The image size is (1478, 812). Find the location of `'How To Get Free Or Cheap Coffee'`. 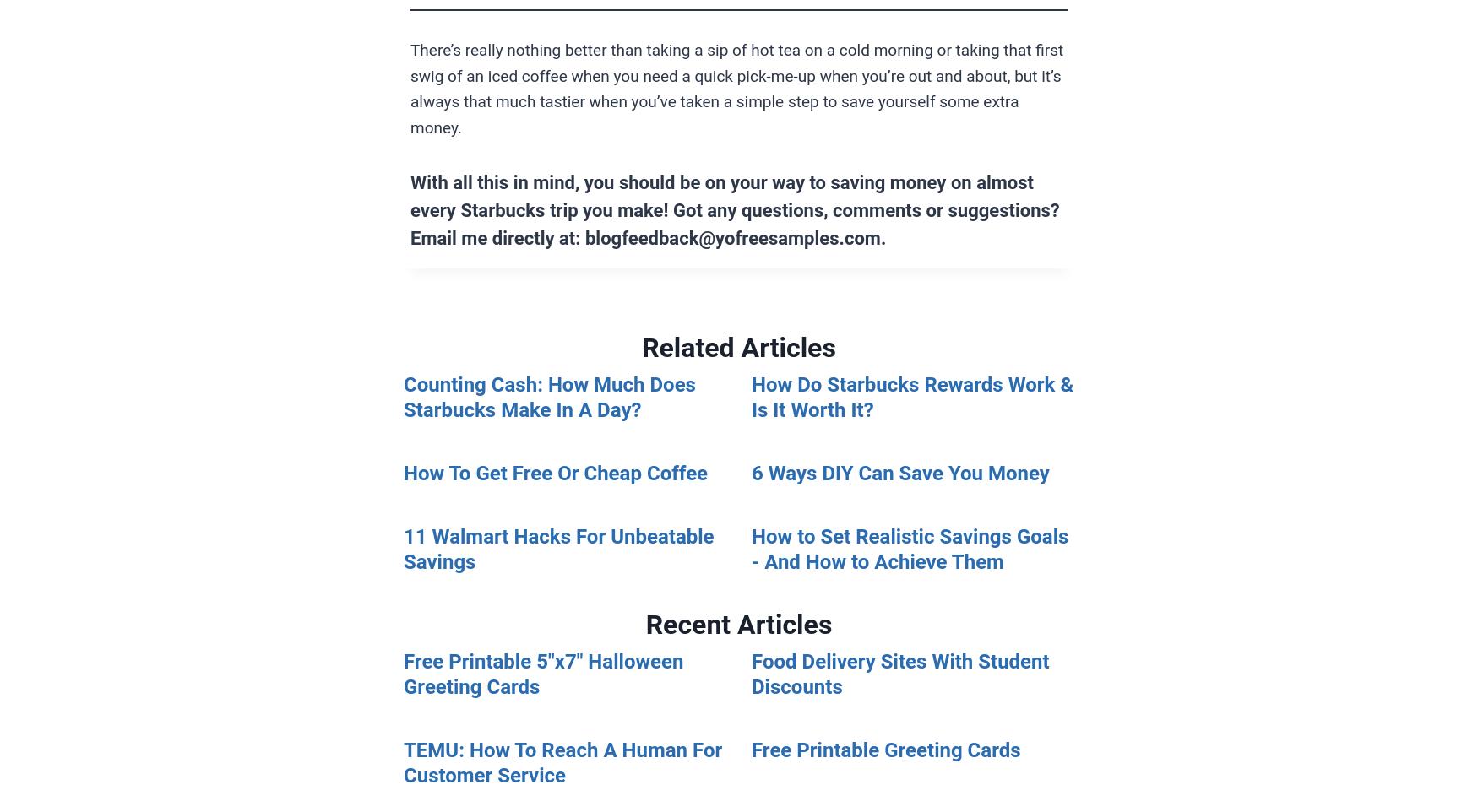

'How To Get Free Or Cheap Coffee' is located at coordinates (555, 472).